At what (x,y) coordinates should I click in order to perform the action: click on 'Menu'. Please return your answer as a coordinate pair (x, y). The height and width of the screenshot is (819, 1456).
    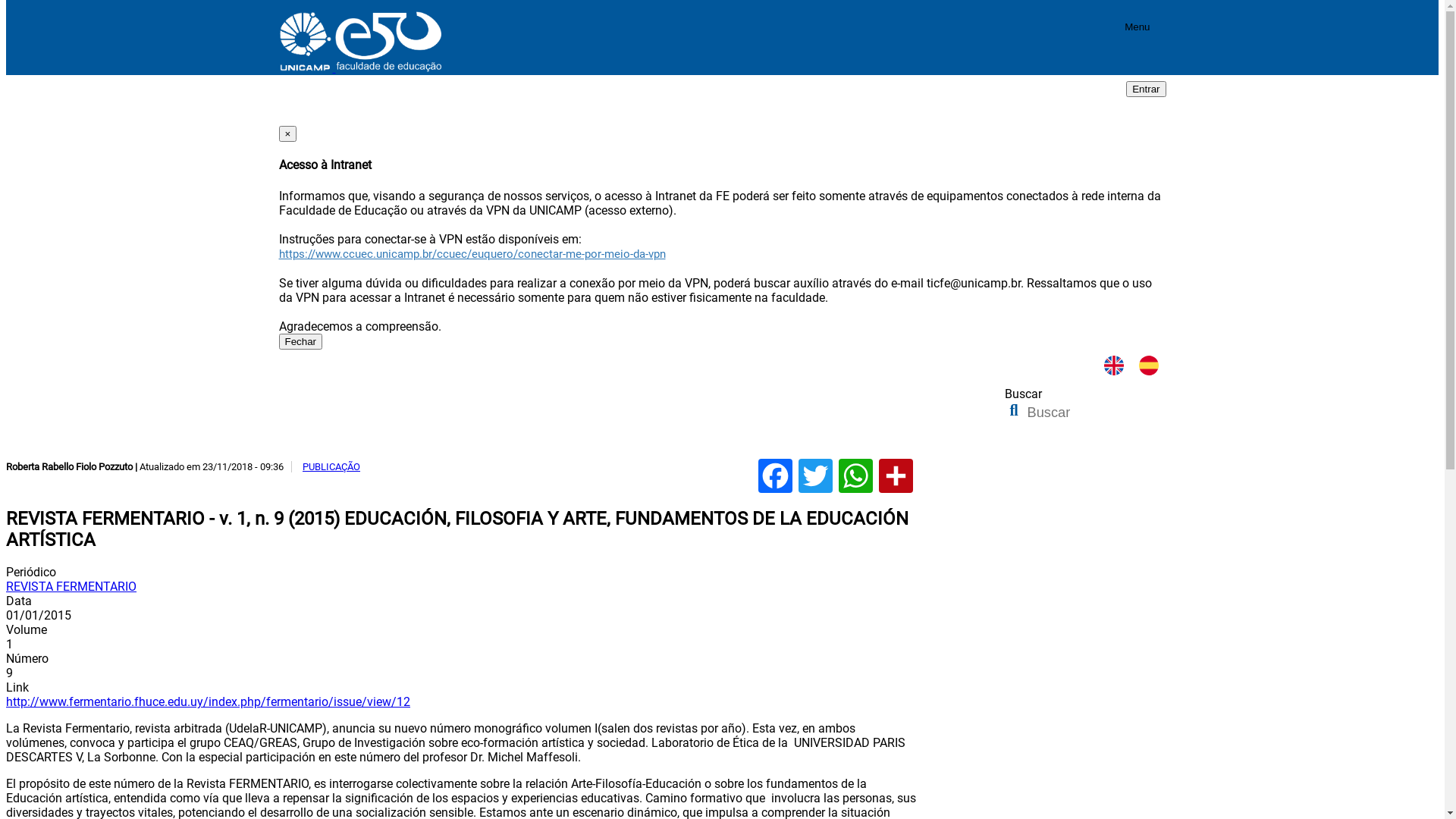
    Looking at the image, I should click on (1137, 28).